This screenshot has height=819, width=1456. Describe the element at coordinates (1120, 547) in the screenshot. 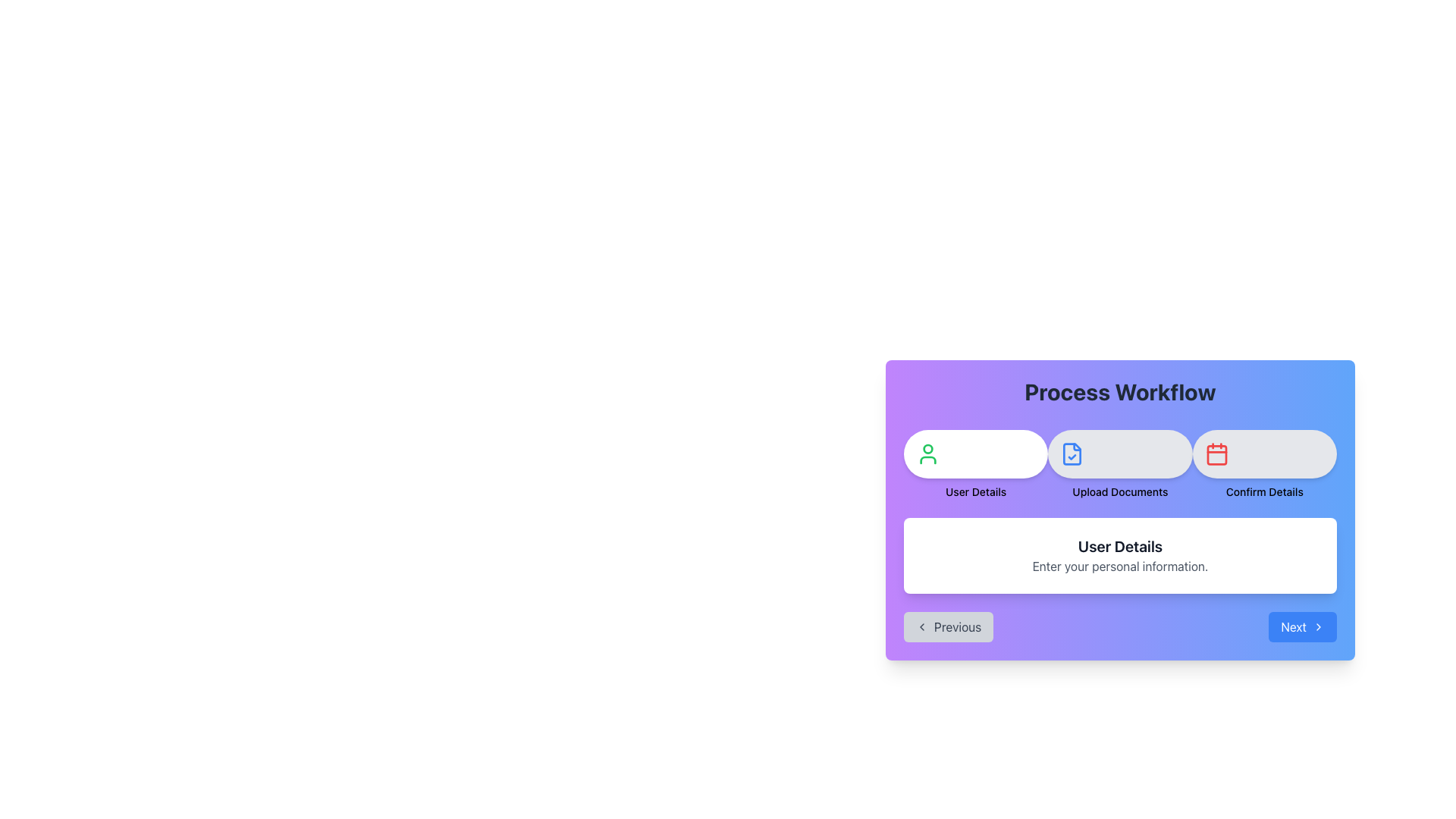

I see `the 'User Details' text header, which is prominently displayed in large, bold text with a dark font color against a white background` at that location.